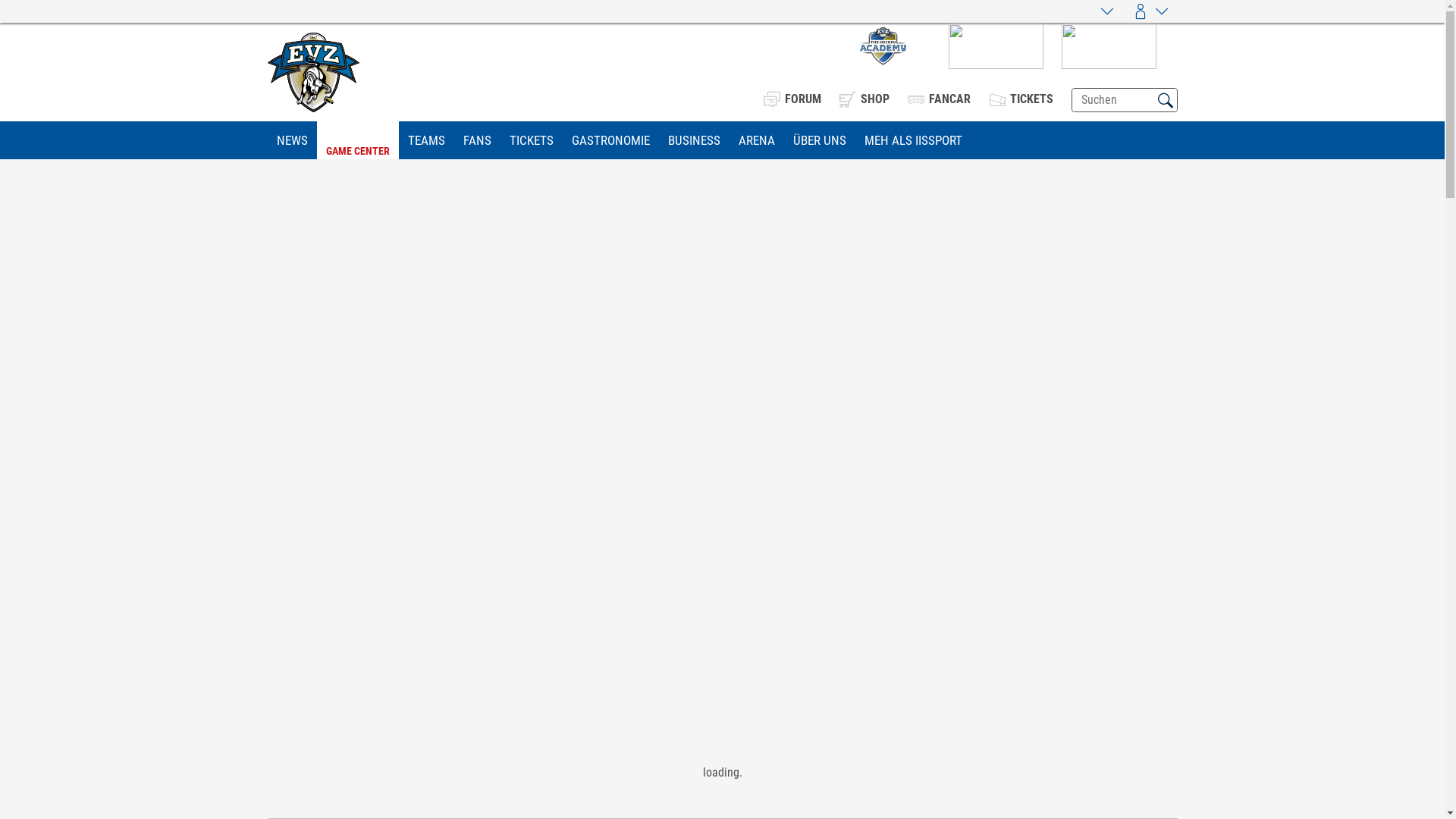 The width and height of the screenshot is (1456, 819). Describe the element at coordinates (425, 140) in the screenshot. I see `'TEAMS'` at that location.